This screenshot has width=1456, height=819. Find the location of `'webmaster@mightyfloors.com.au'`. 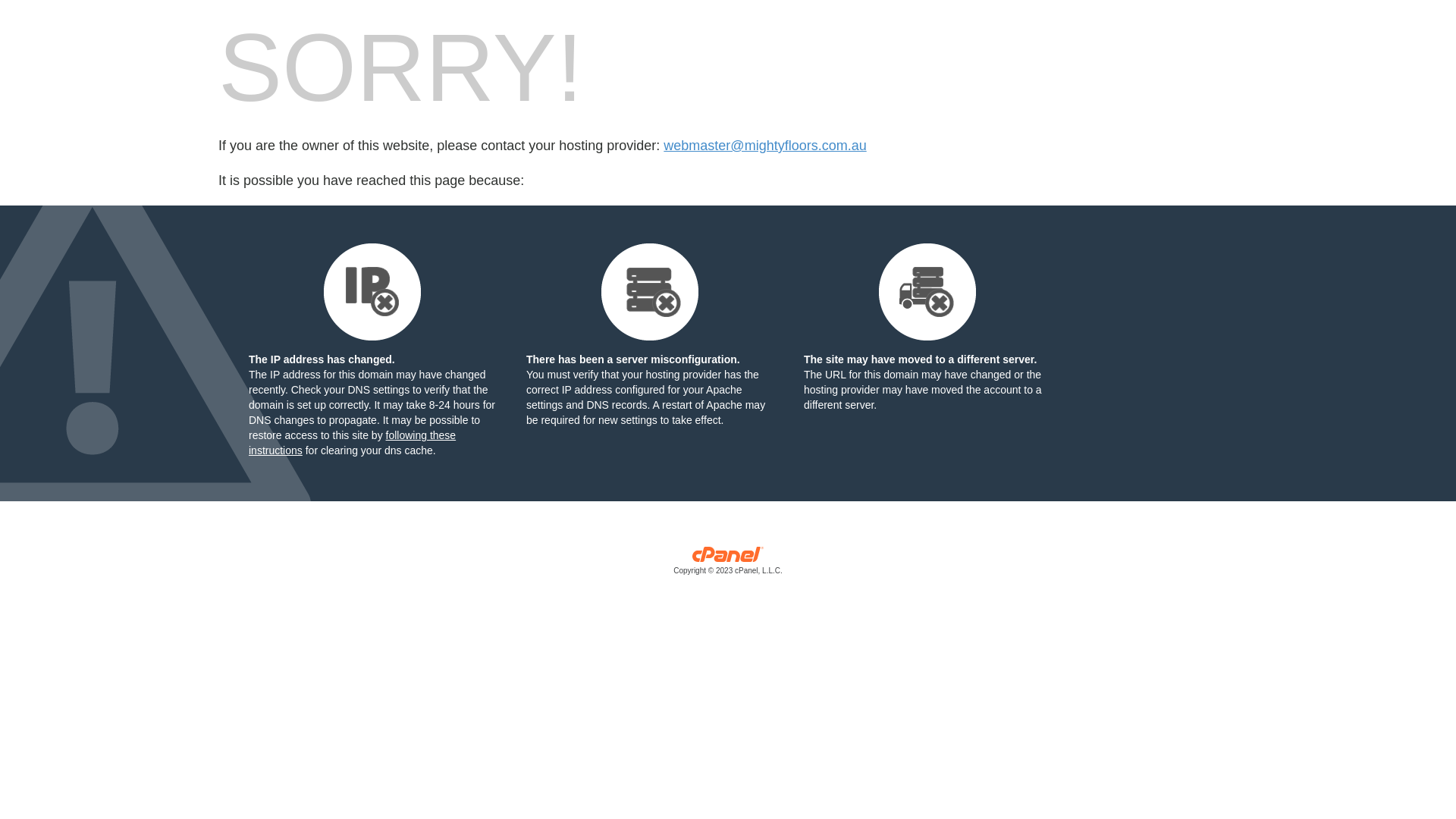

'webmaster@mightyfloors.com.au' is located at coordinates (764, 146).